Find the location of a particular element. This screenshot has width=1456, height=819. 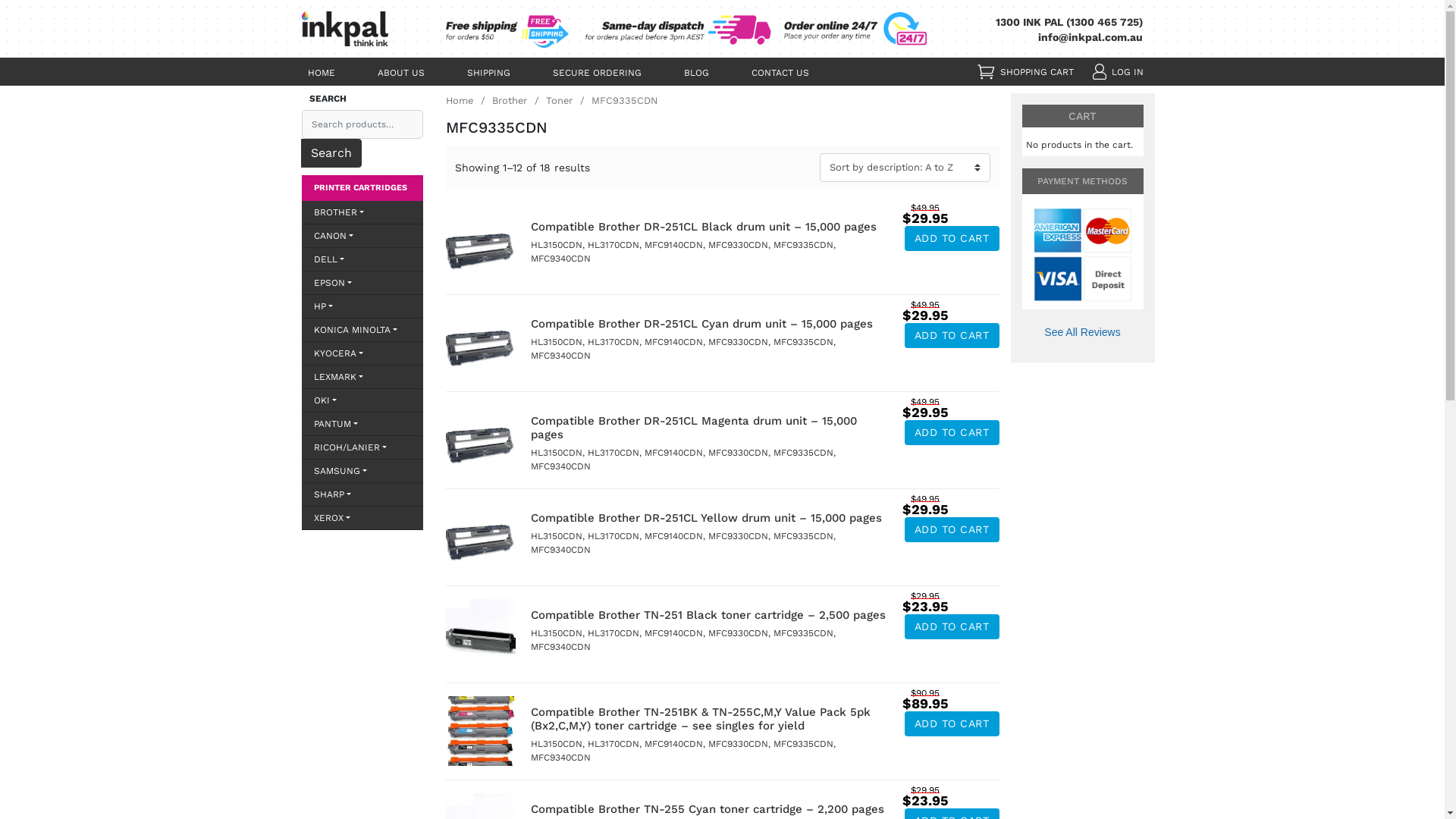

'MFC9140CDN' is located at coordinates (673, 244).